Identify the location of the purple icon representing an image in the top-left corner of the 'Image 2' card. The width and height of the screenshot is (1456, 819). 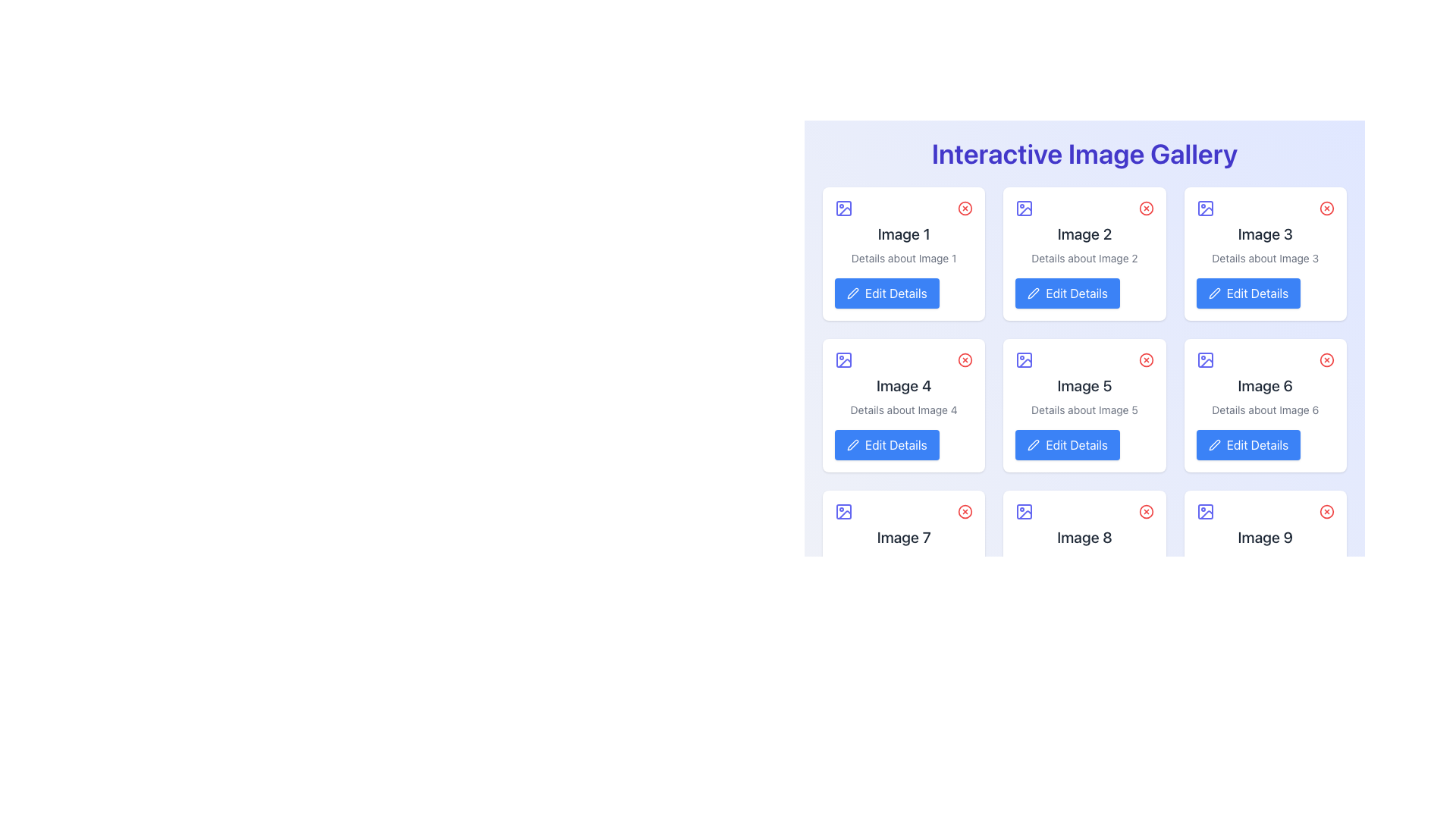
(1025, 208).